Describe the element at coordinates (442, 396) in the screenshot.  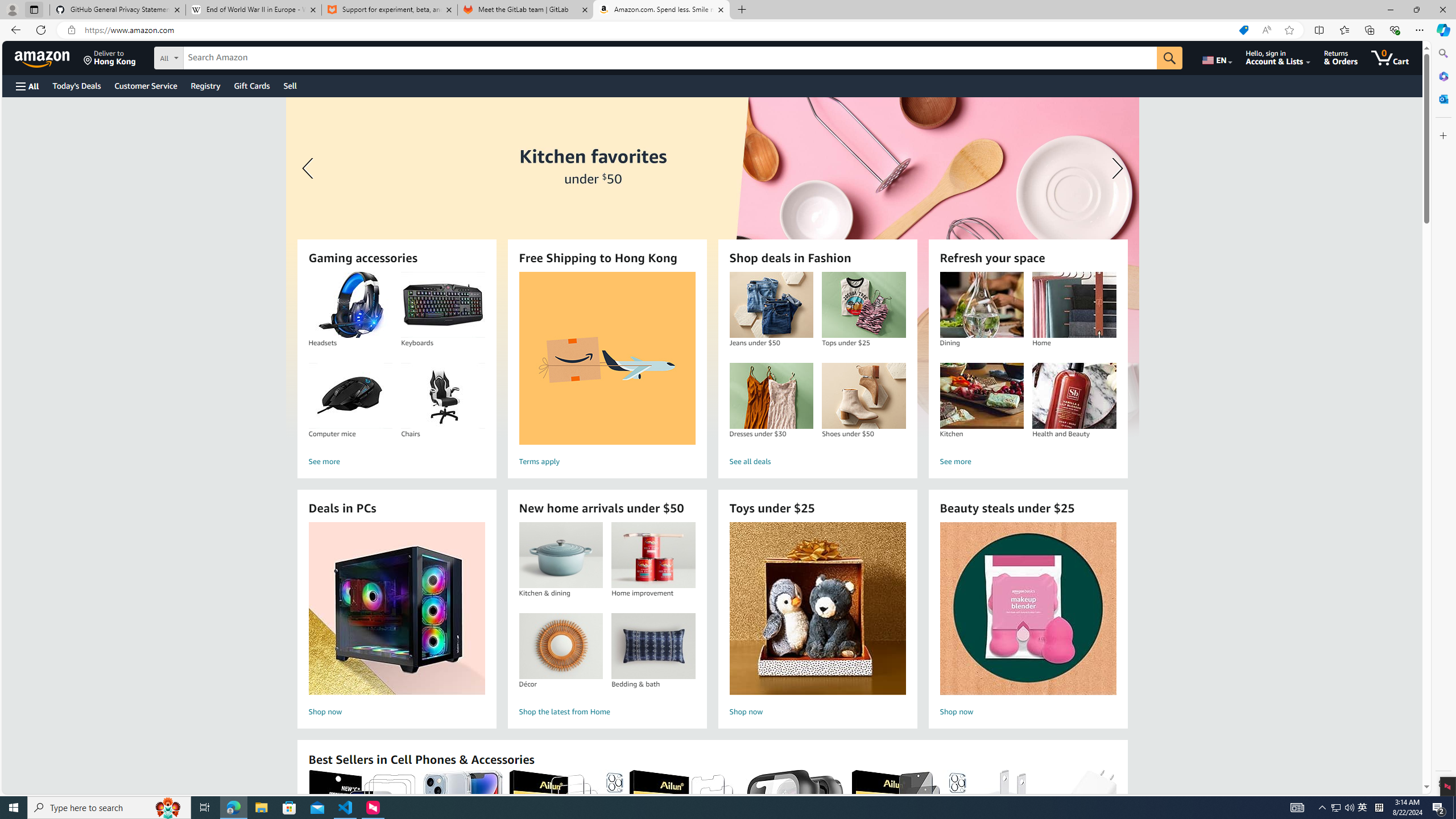
I see `'Chairs'` at that location.